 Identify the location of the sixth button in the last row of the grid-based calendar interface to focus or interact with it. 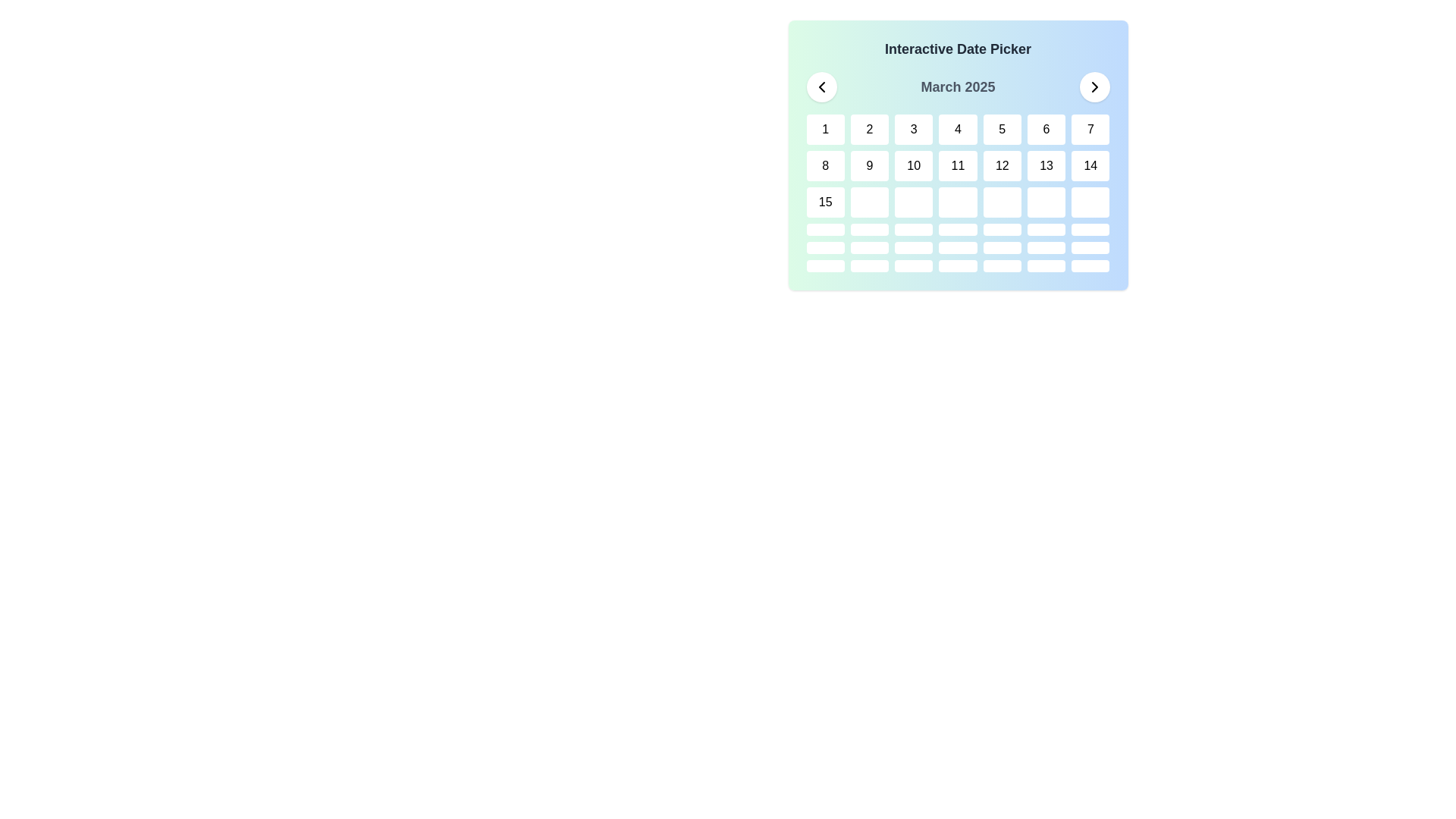
(1046, 265).